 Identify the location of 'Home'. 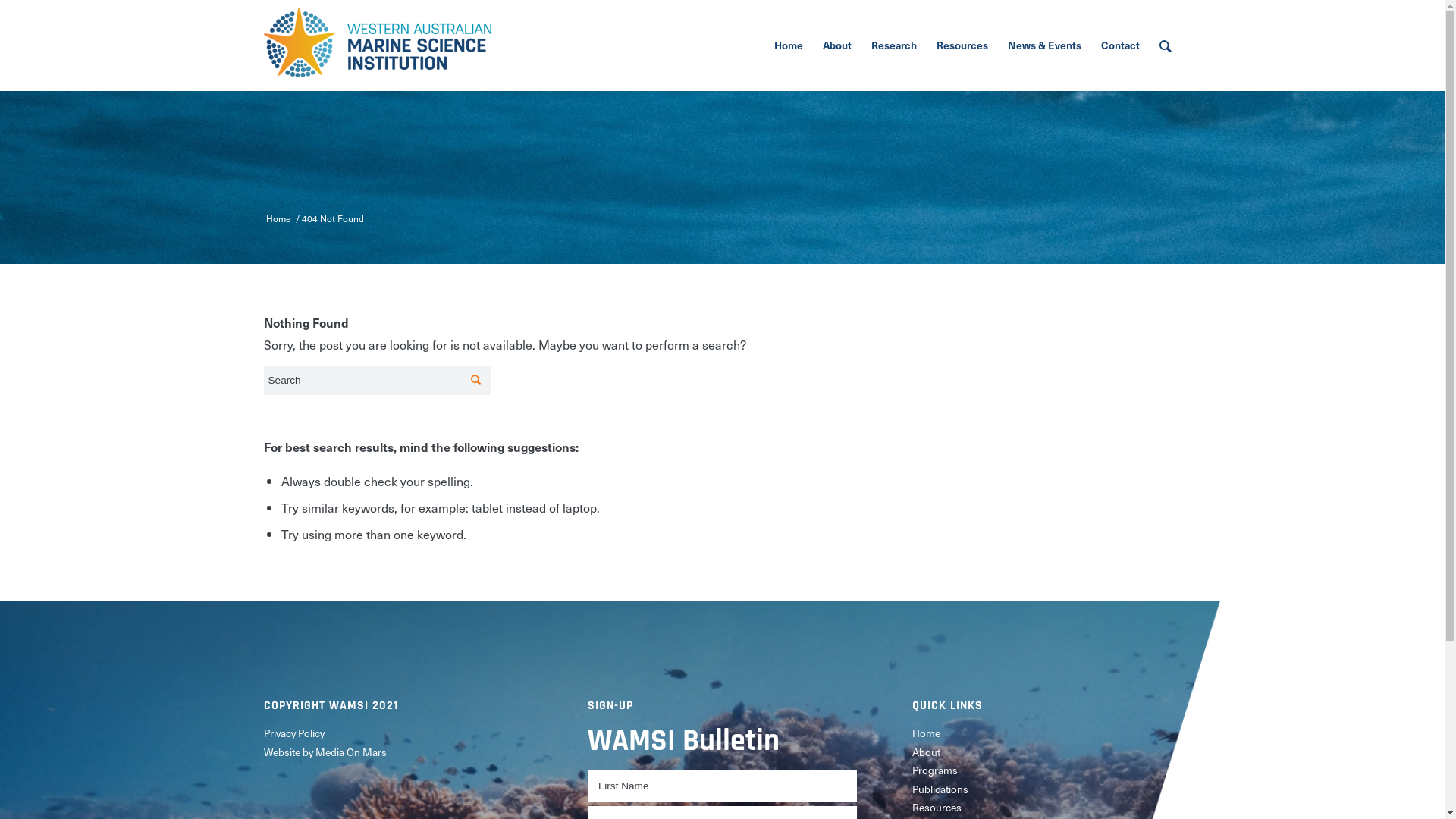
(278, 219).